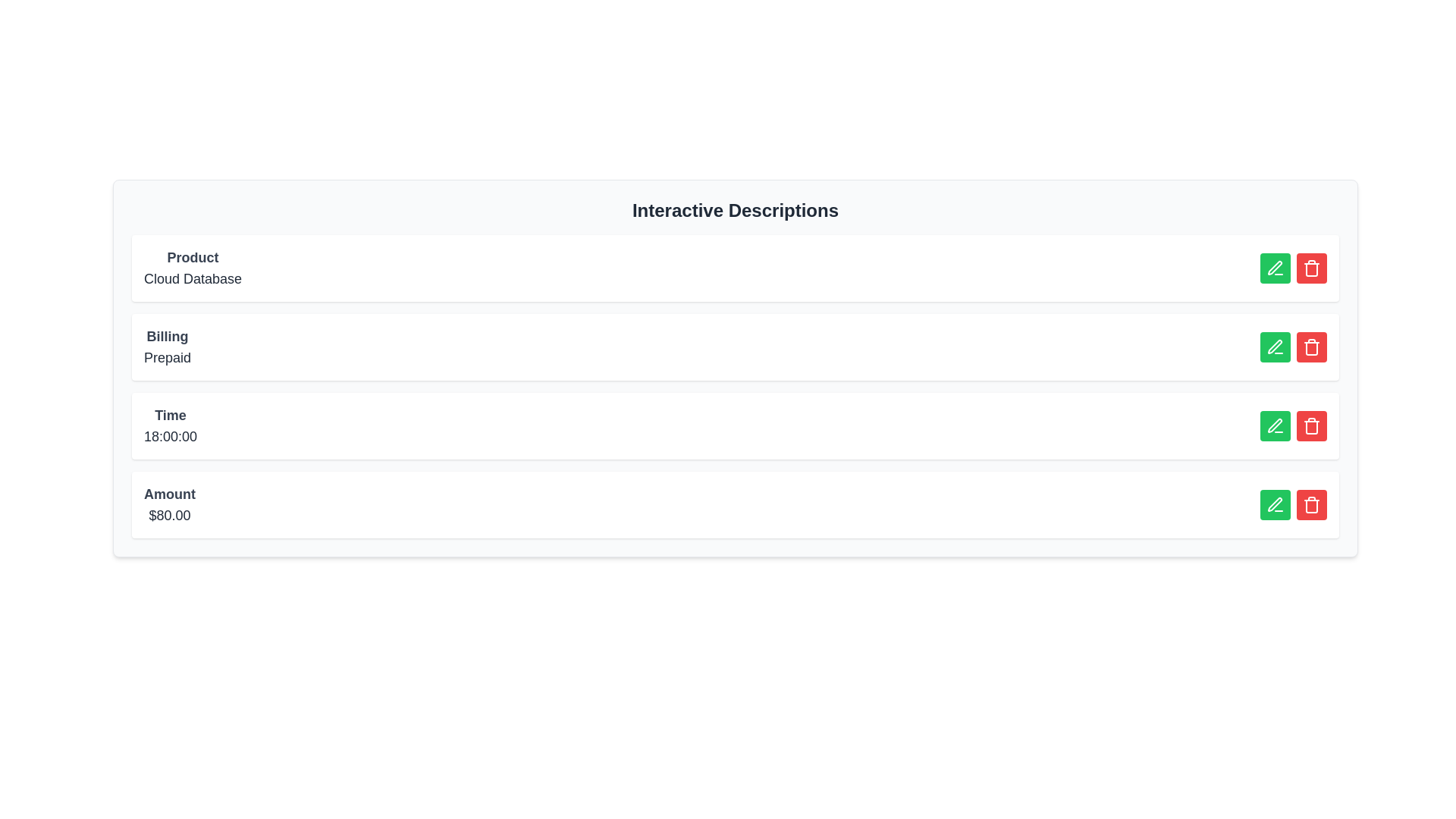 The image size is (1456, 819). I want to click on the trash can icon button located on the far right of the action section for the 'Amount' row in the table, so click(1310, 505).